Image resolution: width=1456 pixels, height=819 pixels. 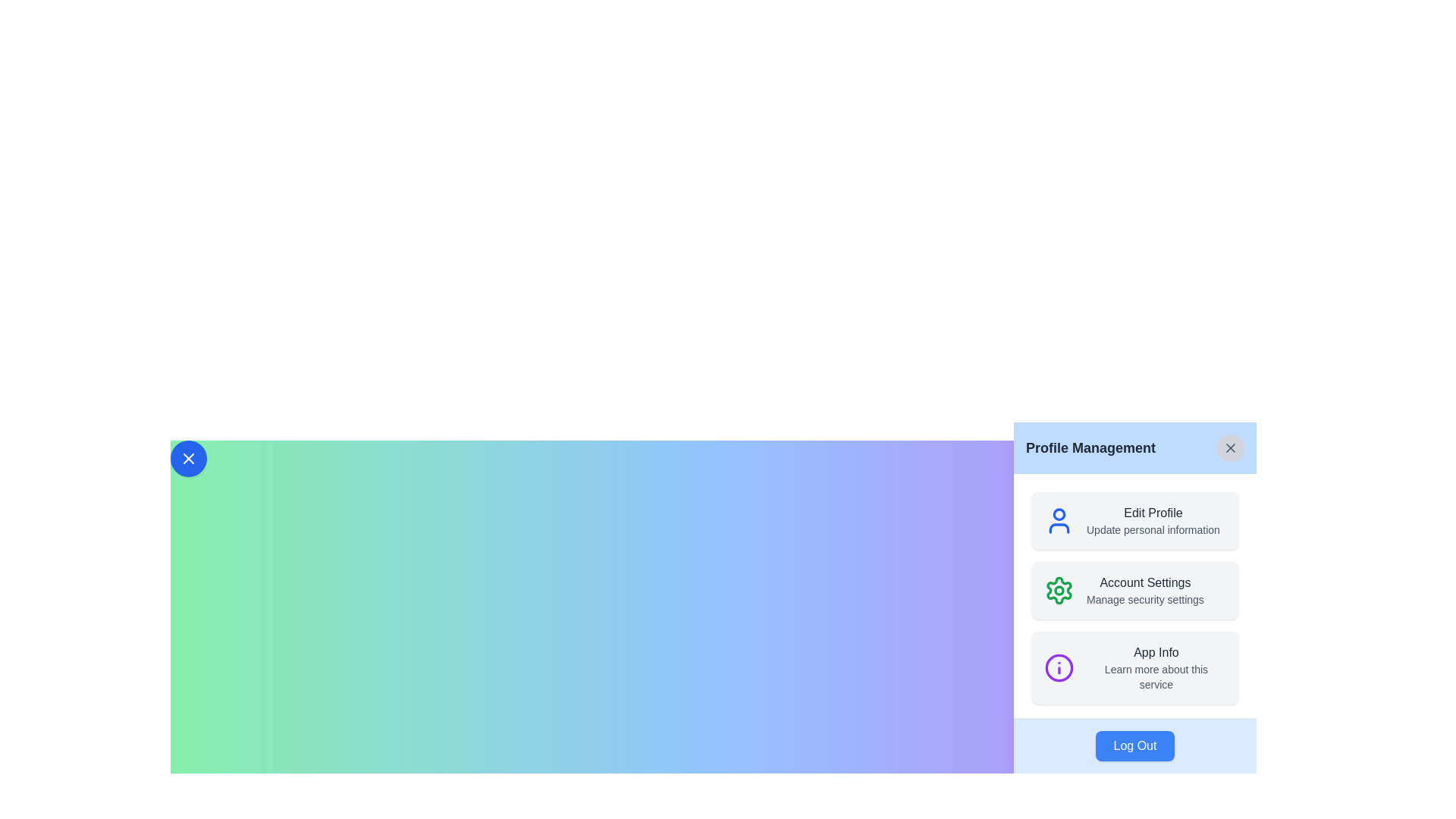 What do you see at coordinates (1058, 667) in the screenshot?
I see `the 'App Info' icon located within the 'Profile Management' panel, positioned to the left of the 'App Info' title and subtitle` at bounding box center [1058, 667].